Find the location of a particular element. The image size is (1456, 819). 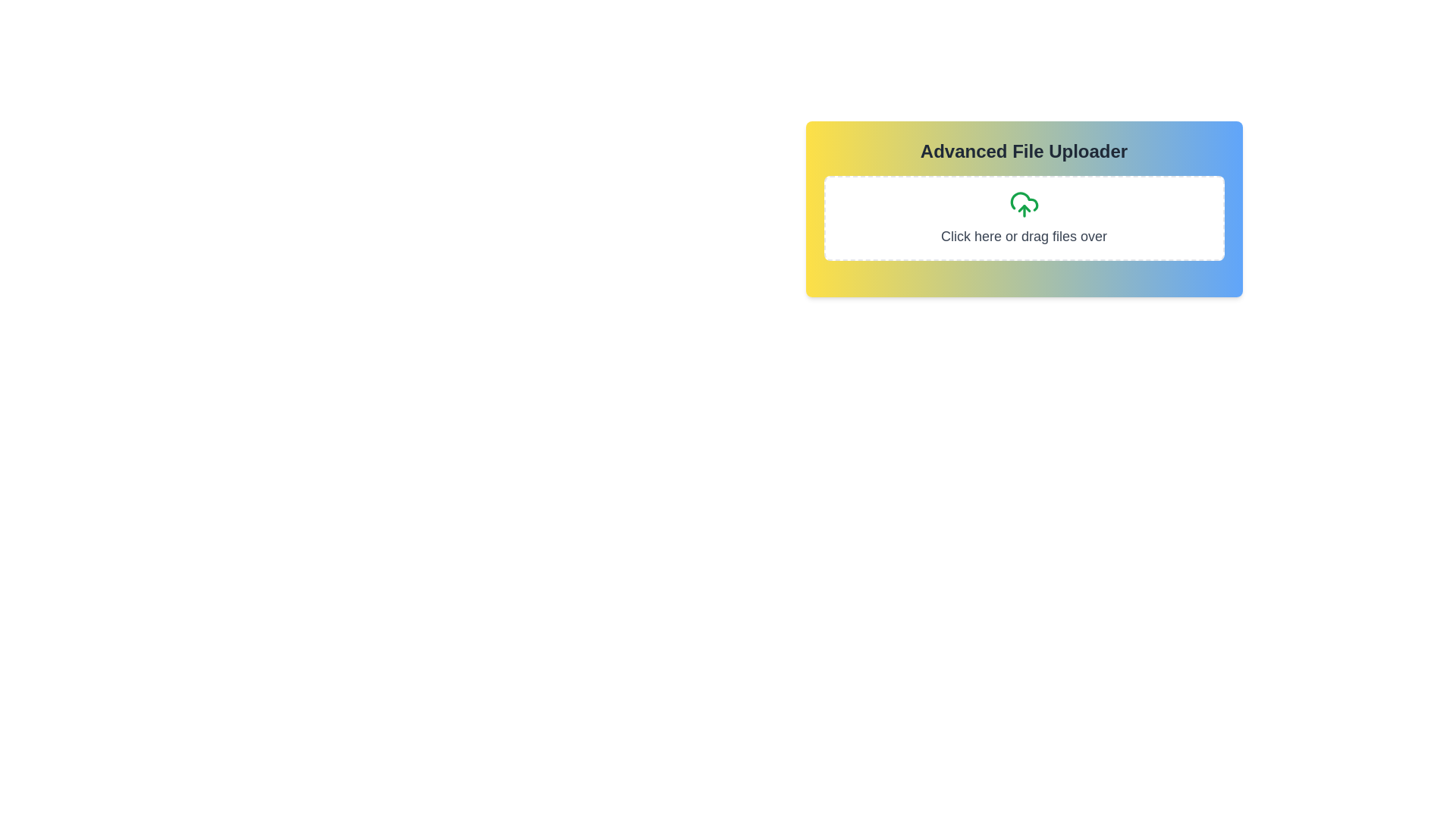

text instruction label that guides the user for file uploading, located at the bottom of the file upload component, centrally positioned within the uploader area is located at coordinates (1024, 237).